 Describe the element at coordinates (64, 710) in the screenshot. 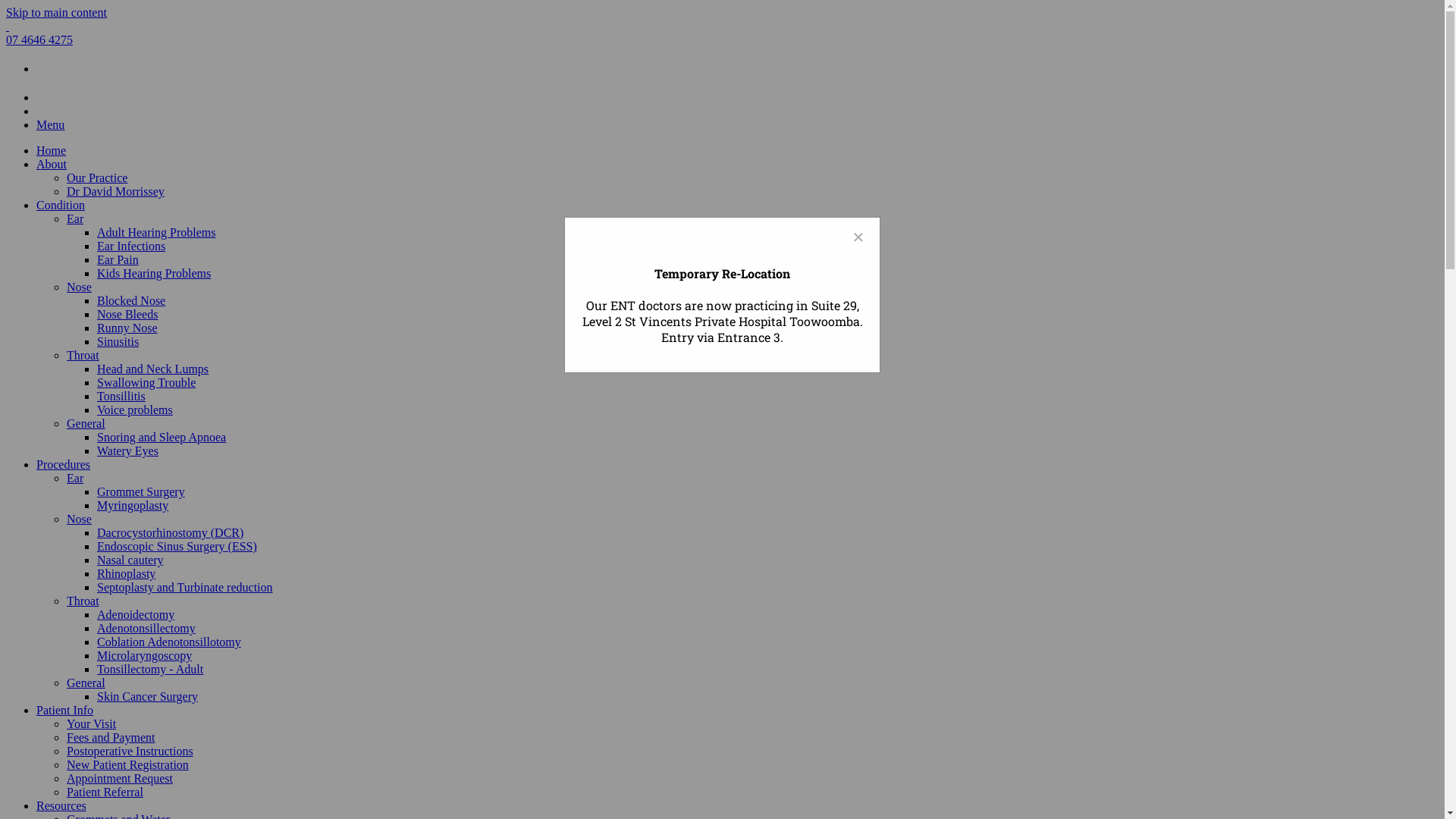

I see `'Patient Info'` at that location.